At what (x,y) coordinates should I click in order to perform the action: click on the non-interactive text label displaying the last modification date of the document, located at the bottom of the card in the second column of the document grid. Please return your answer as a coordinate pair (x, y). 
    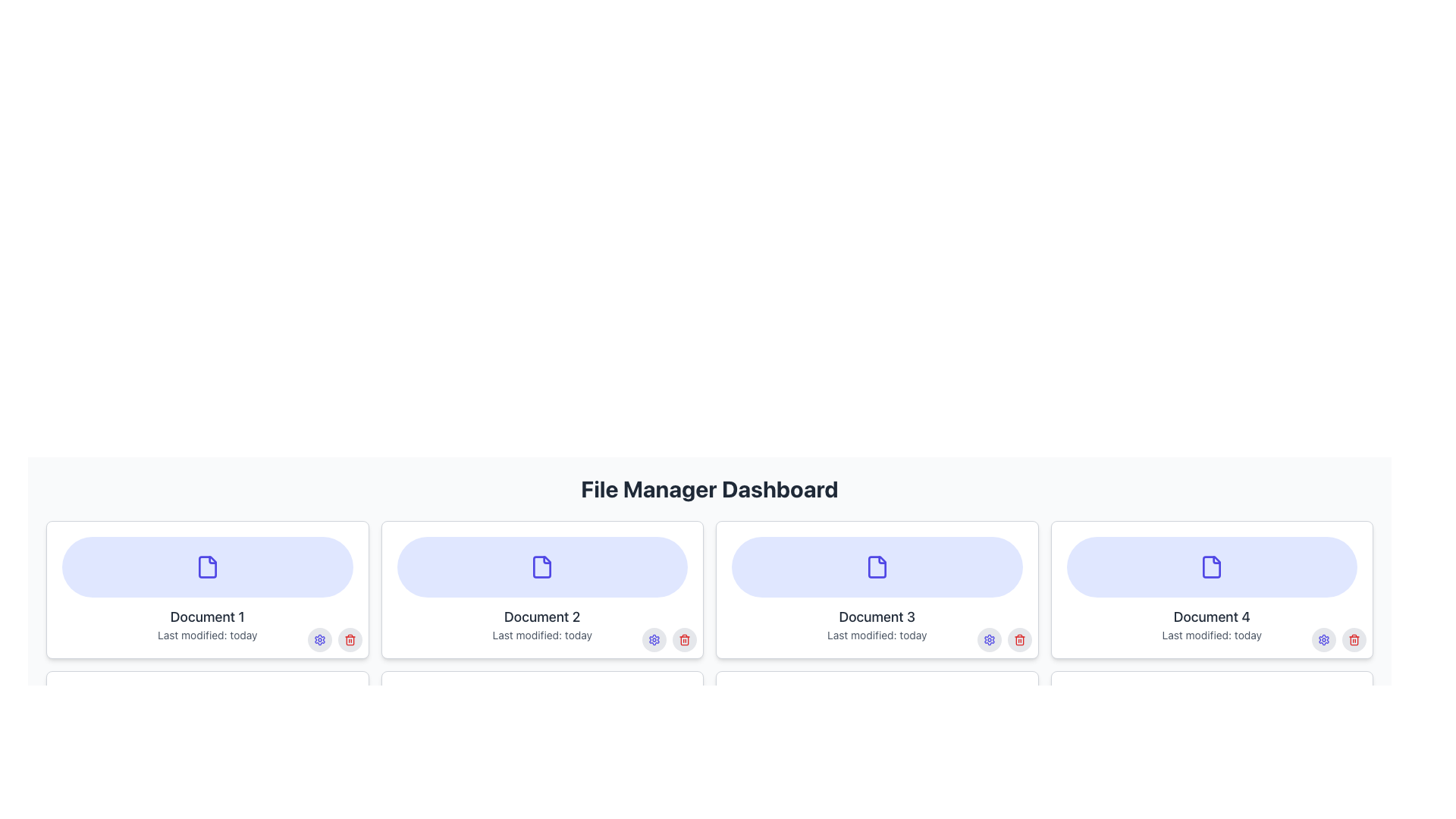
    Looking at the image, I should click on (542, 635).